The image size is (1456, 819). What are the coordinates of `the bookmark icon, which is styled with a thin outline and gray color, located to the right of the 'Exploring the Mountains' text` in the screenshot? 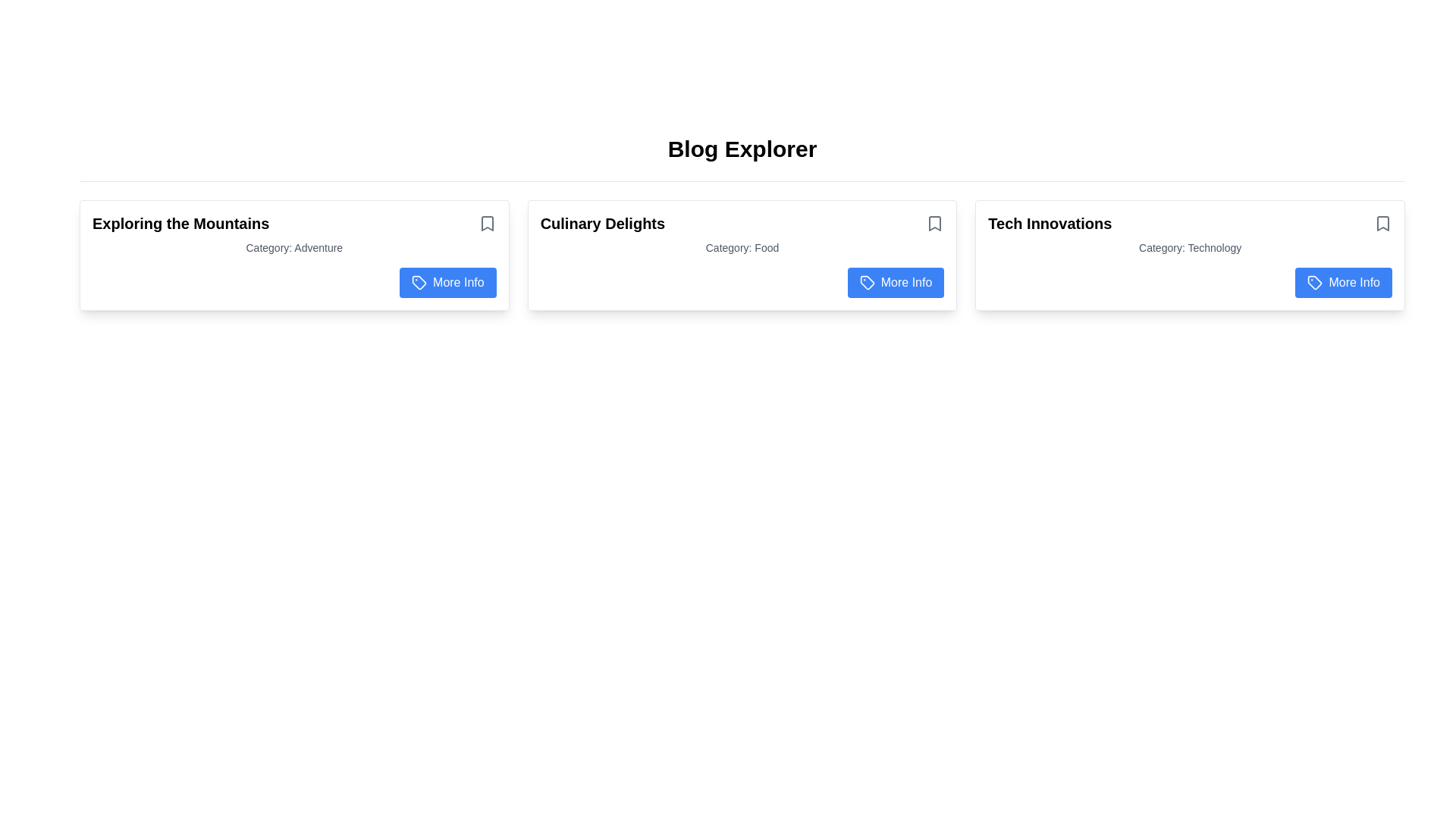 It's located at (487, 223).